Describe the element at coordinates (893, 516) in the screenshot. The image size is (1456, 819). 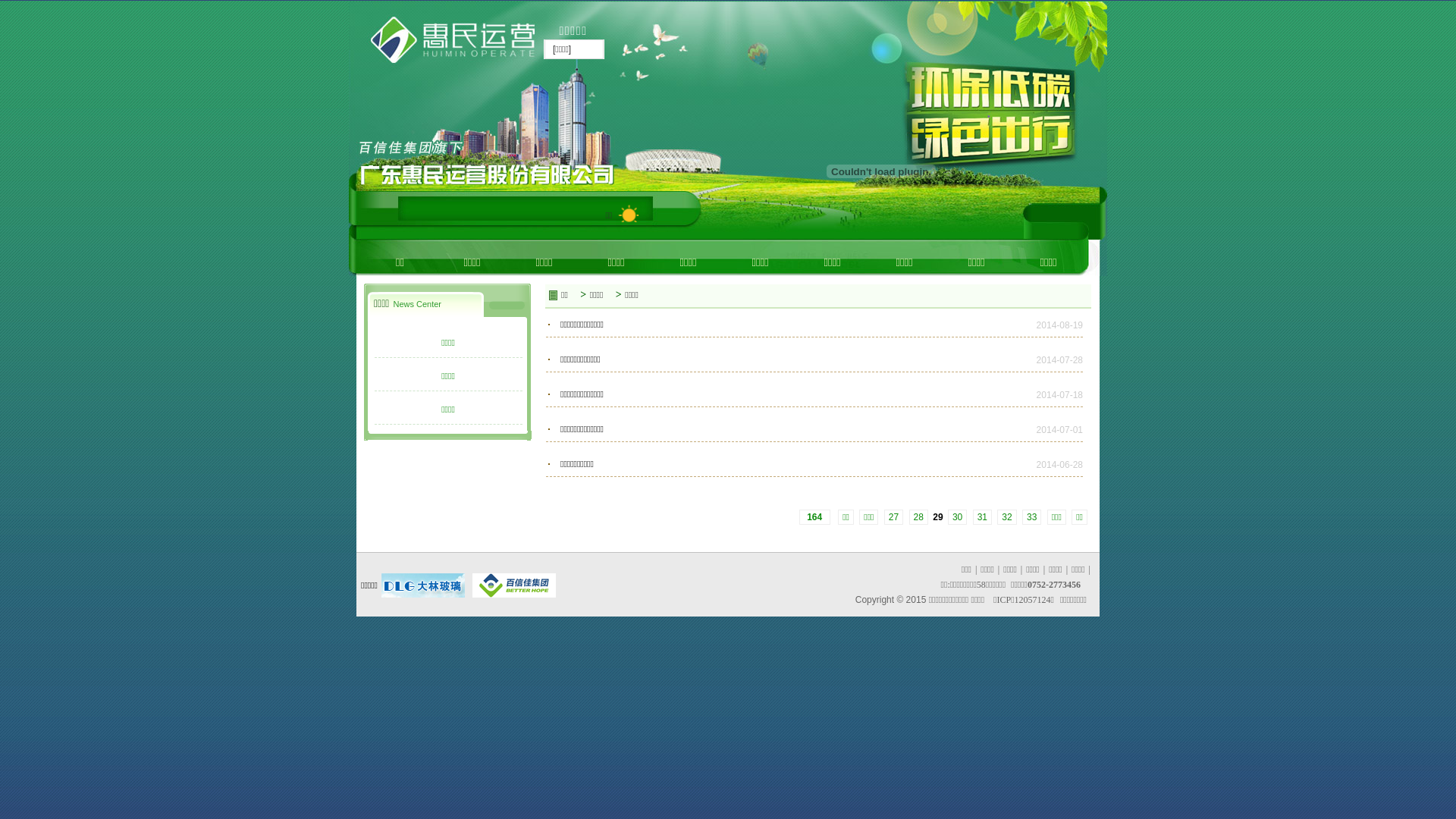
I see `'27'` at that location.